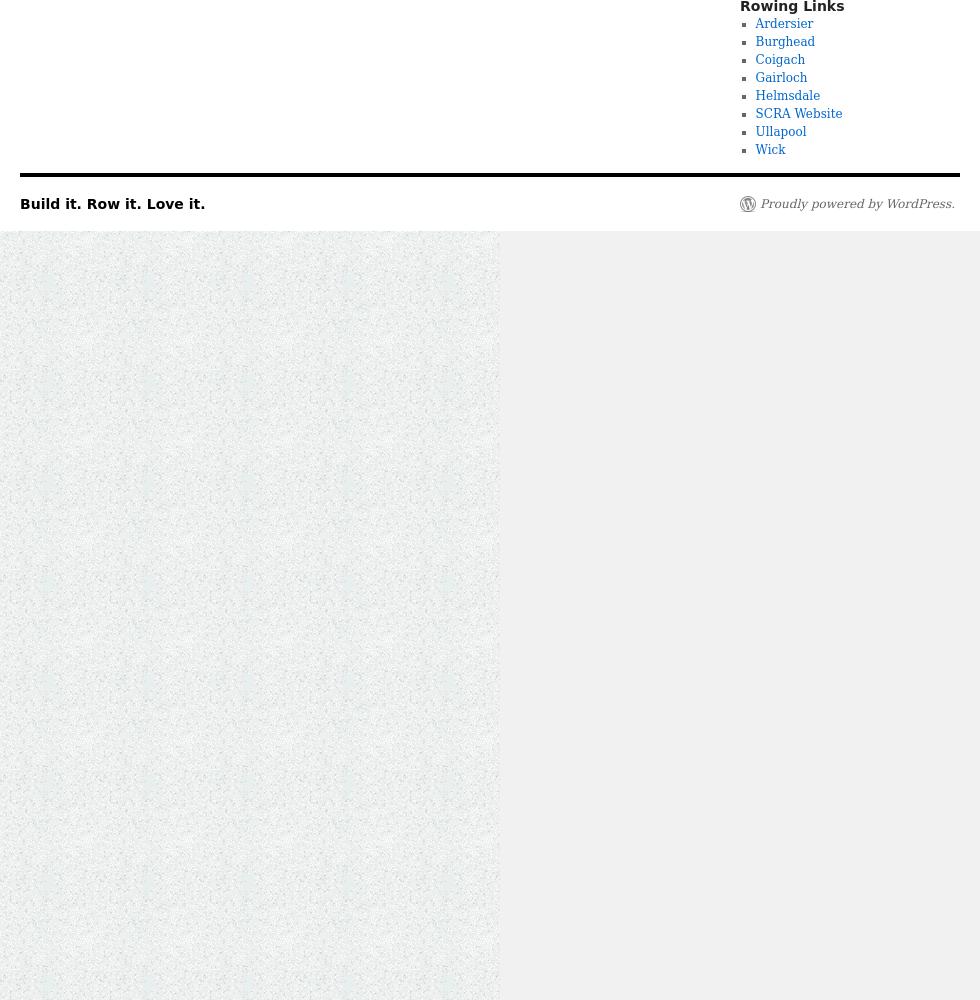  I want to click on 'Ardersier', so click(784, 24).